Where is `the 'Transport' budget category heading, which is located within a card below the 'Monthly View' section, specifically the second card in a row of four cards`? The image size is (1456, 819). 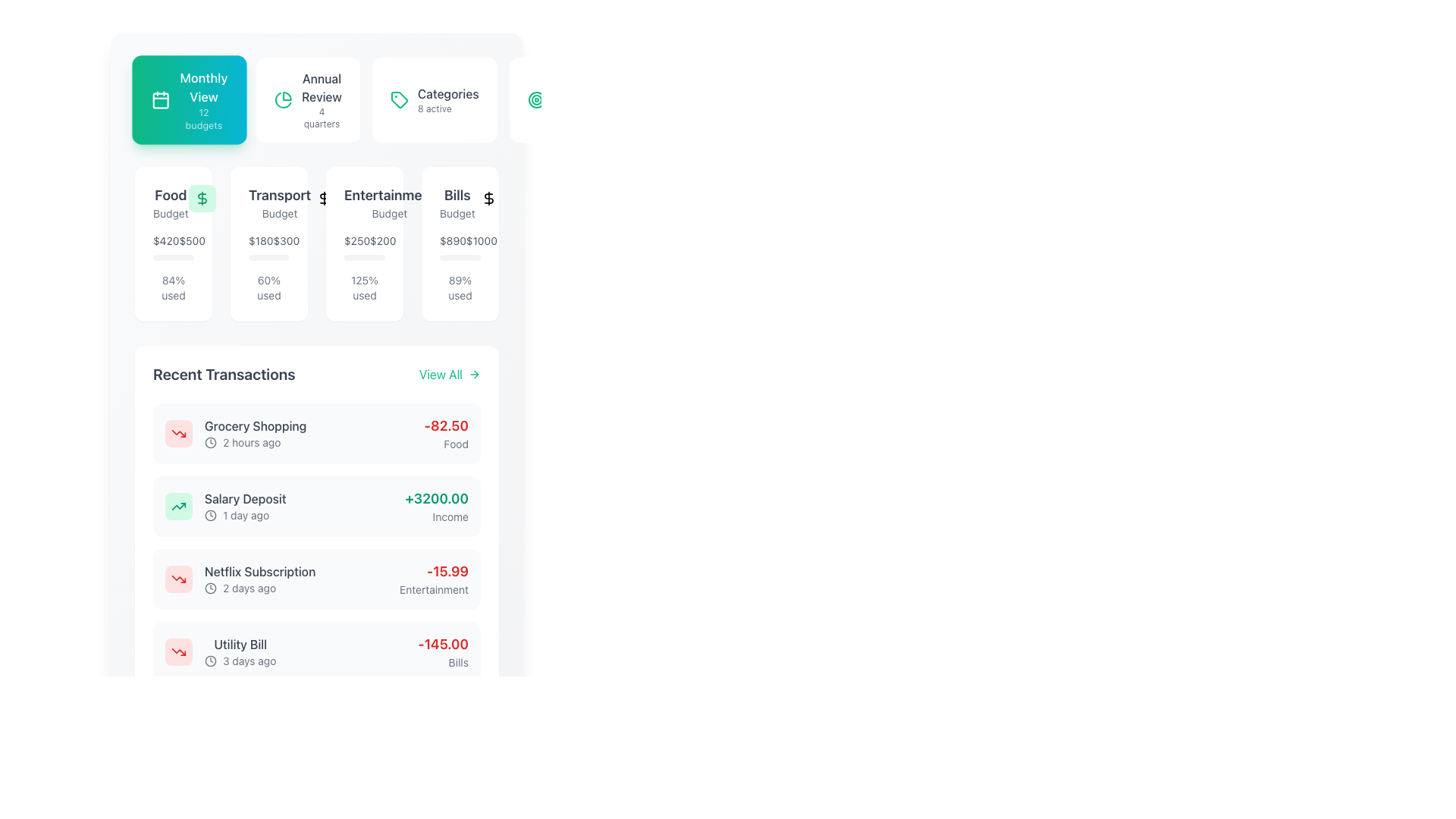 the 'Transport' budget category heading, which is located within a card below the 'Monthly View' section, specifically the second card in a row of four cards is located at coordinates (280, 202).